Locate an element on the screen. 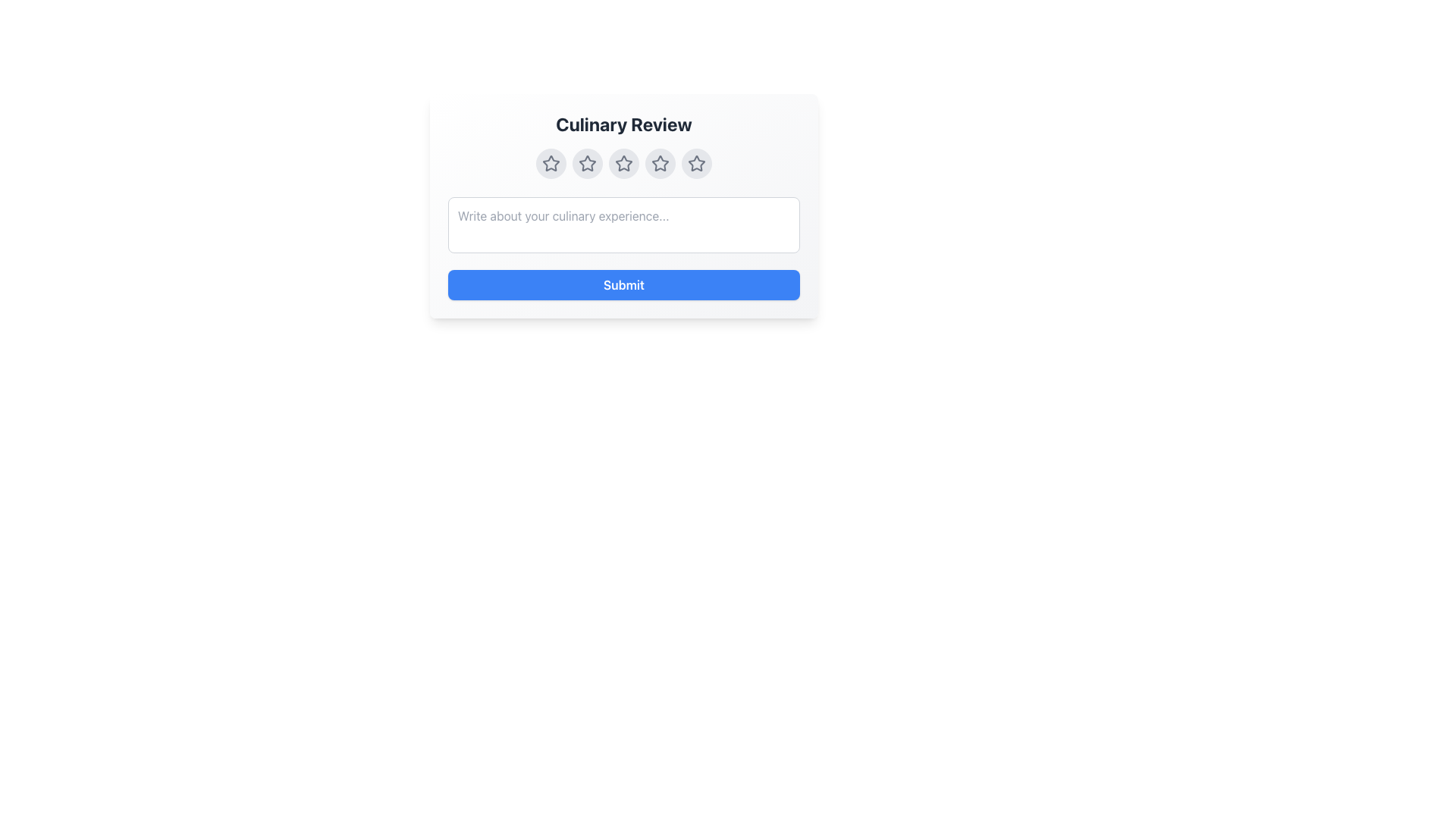 The image size is (1456, 819). the third star-shaped icon with a thin gray outline is located at coordinates (623, 164).